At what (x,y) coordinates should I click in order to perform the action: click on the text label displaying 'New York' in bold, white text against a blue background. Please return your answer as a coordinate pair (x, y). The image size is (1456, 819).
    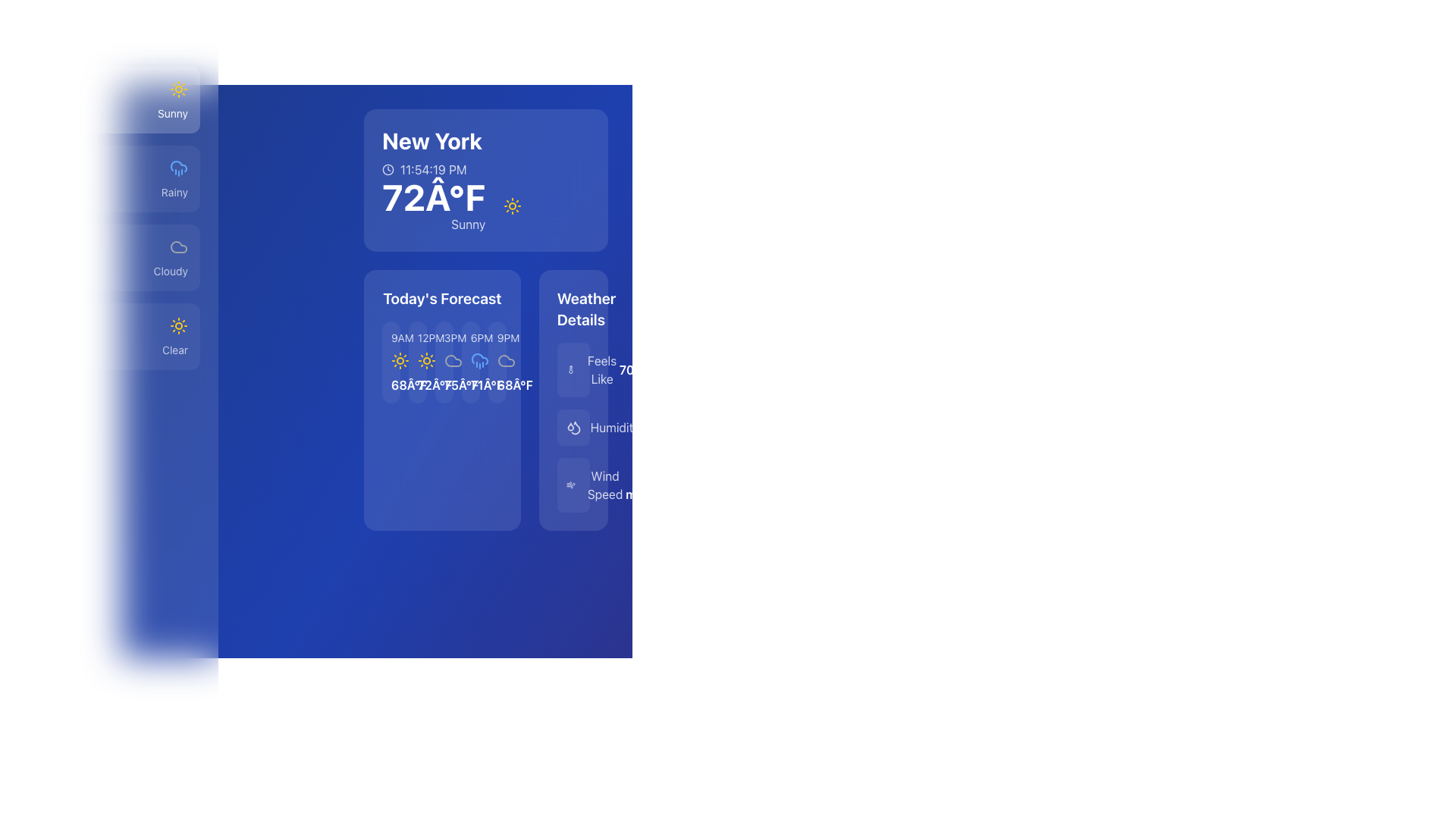
    Looking at the image, I should click on (431, 140).